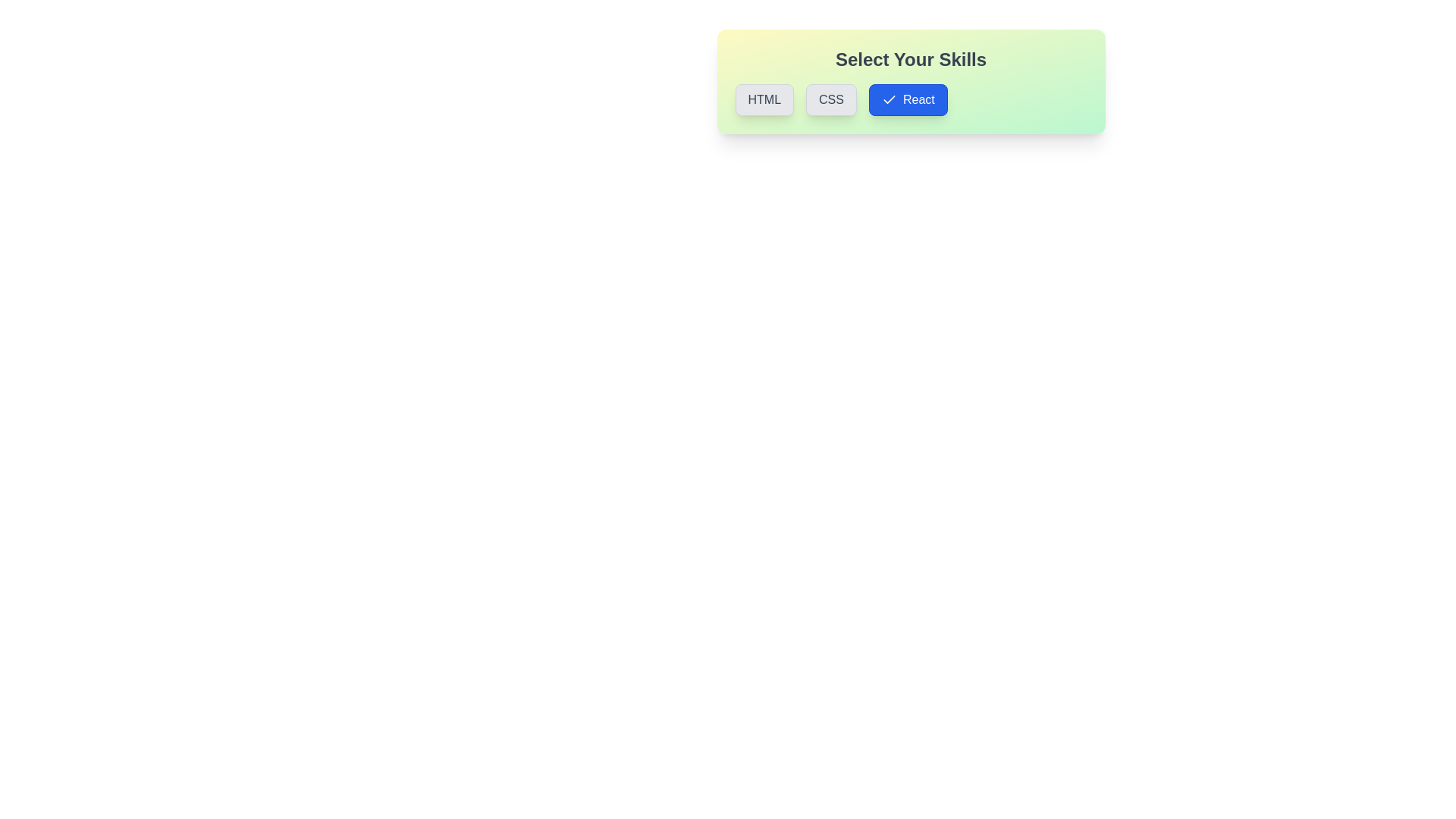 This screenshot has width=1456, height=819. Describe the element at coordinates (908, 99) in the screenshot. I see `the skill React by clicking its respective button` at that location.